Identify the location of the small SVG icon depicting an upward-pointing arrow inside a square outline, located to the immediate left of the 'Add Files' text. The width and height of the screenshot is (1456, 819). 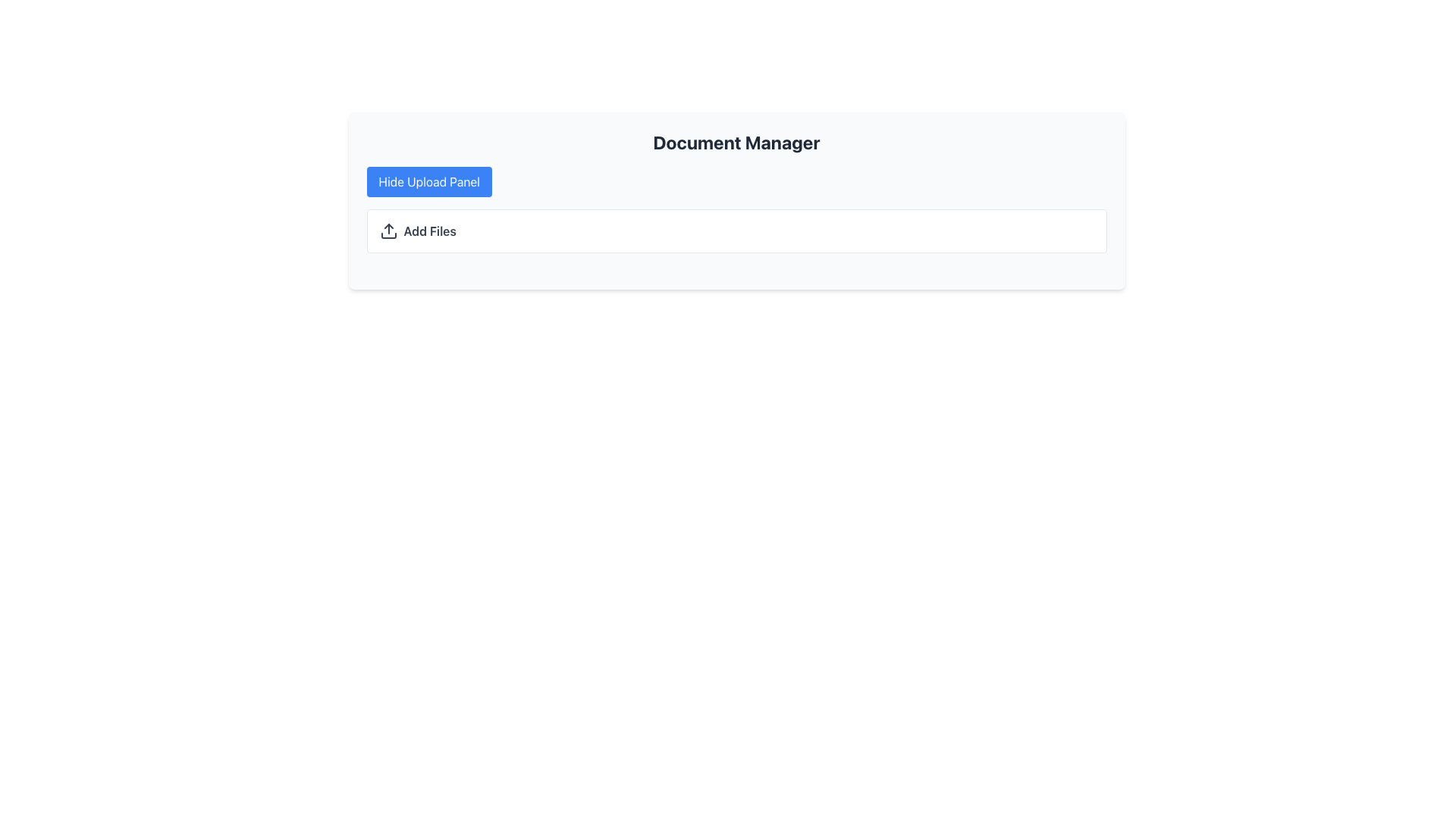
(388, 231).